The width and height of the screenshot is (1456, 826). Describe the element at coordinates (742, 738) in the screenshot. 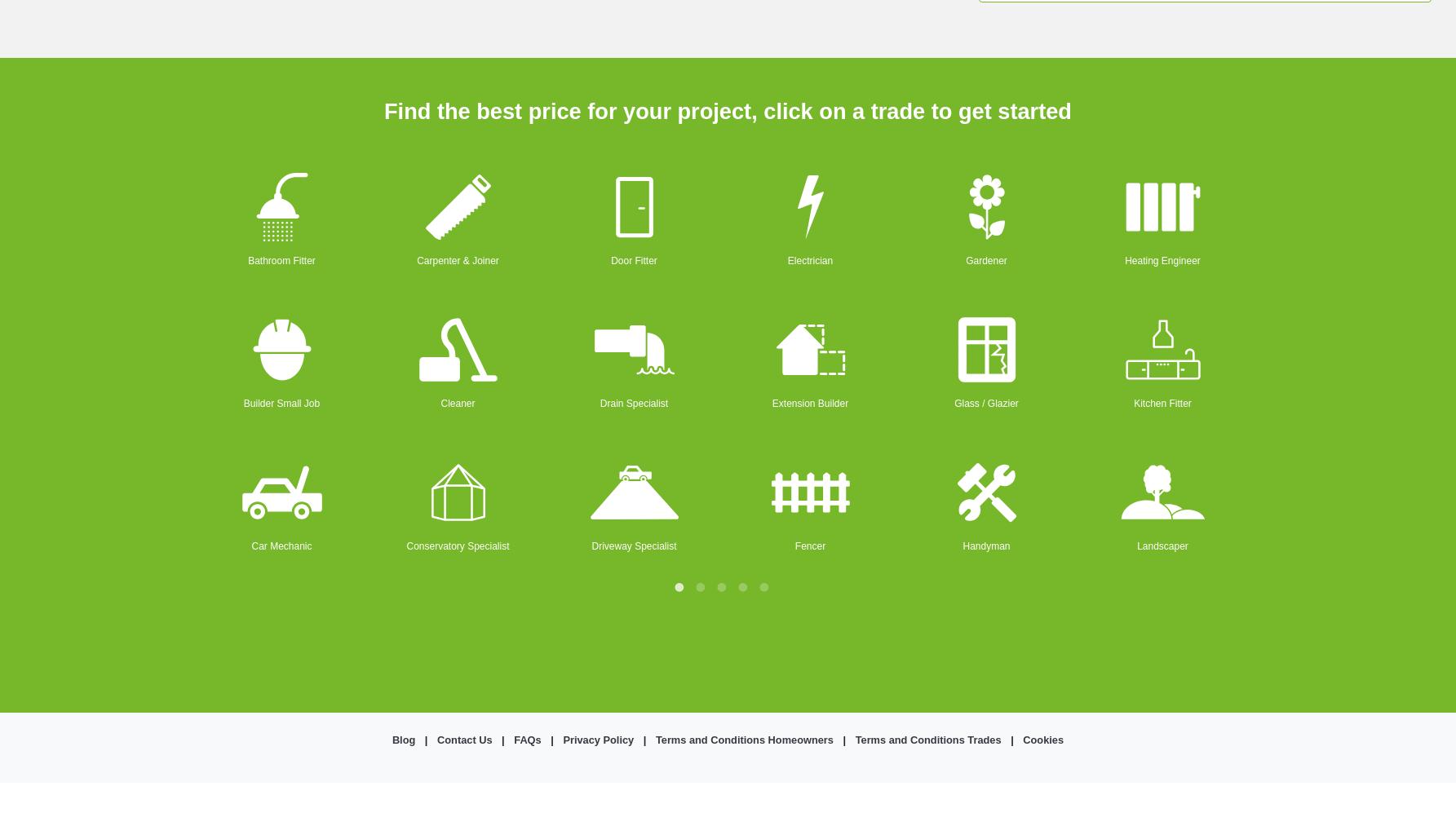

I see `'Terms and Conditions Homeowners'` at that location.